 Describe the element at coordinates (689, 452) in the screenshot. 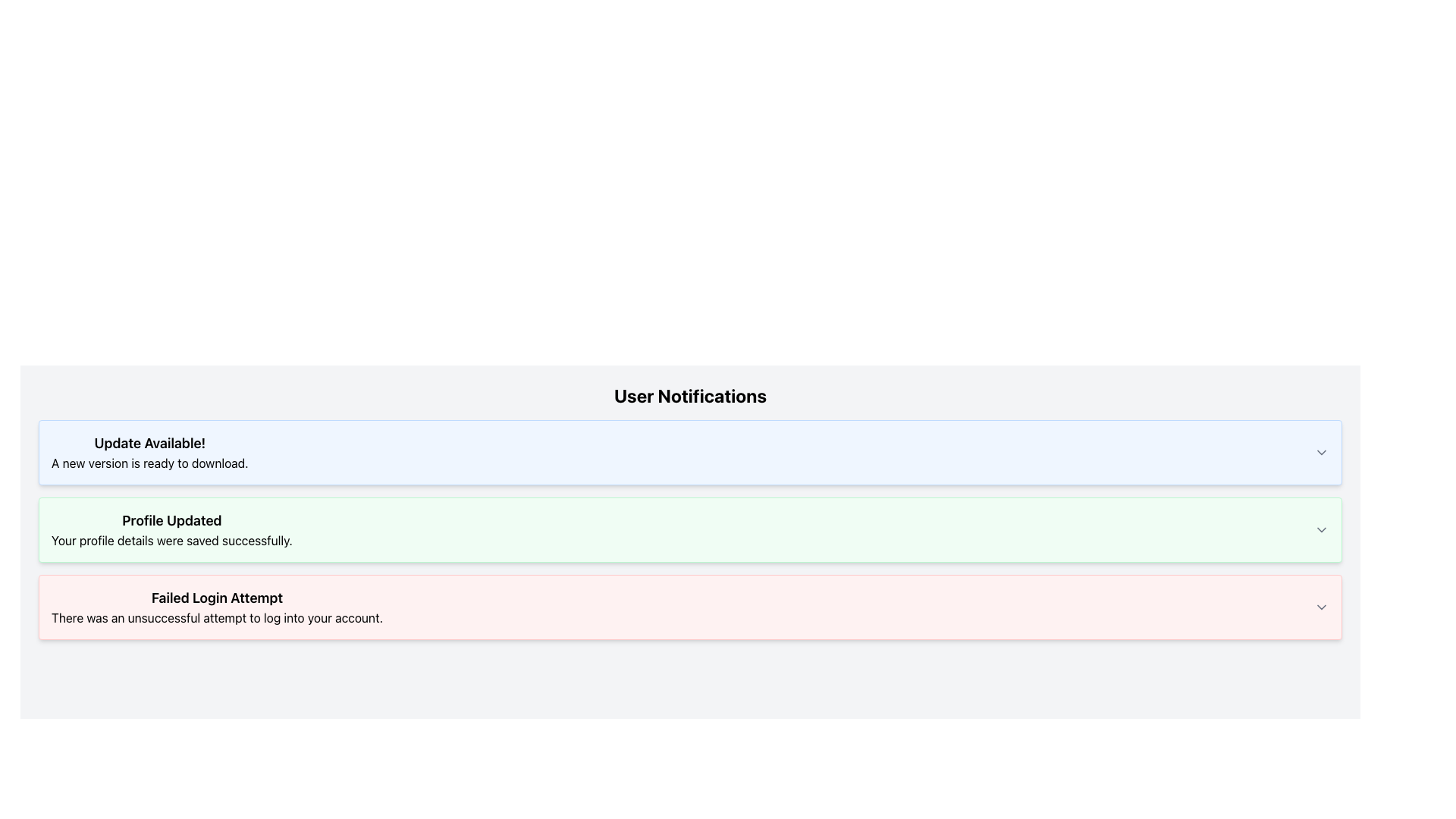

I see `message displayed in the Notification card that informs the user about the availability of a new version for download` at that location.